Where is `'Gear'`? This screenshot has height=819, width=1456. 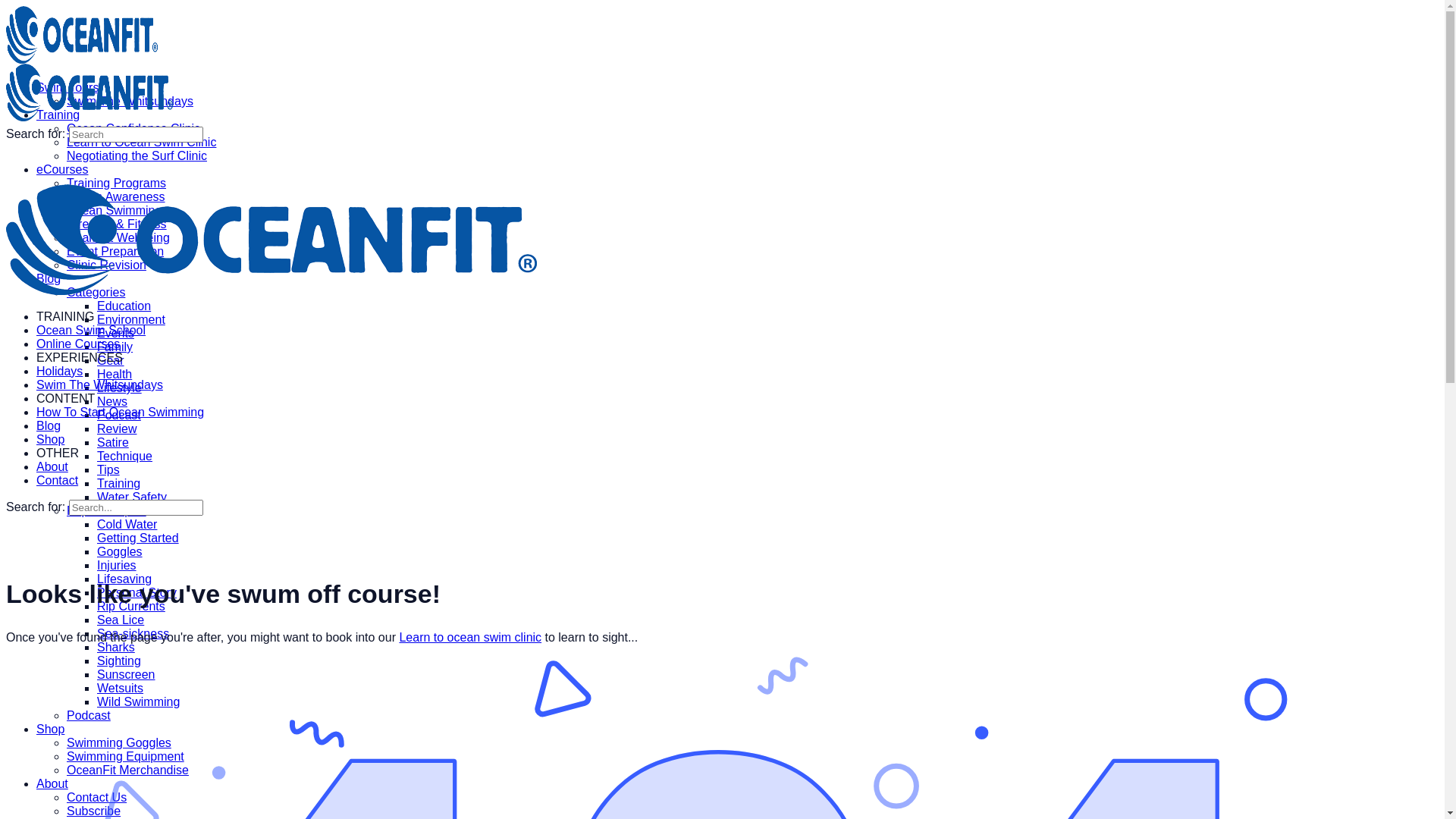
'Gear' is located at coordinates (109, 360).